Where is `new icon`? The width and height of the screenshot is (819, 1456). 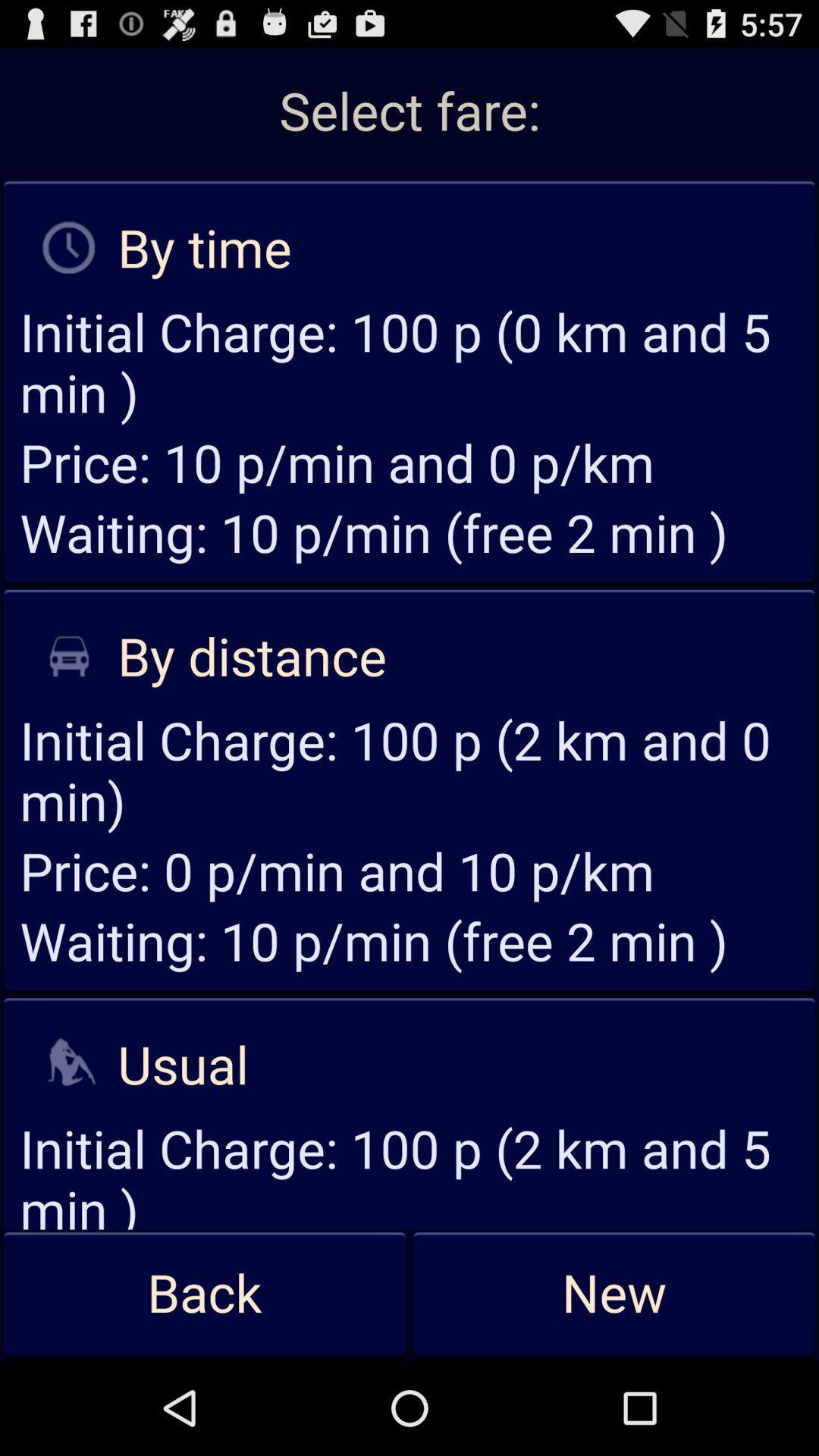 new icon is located at coordinates (614, 1294).